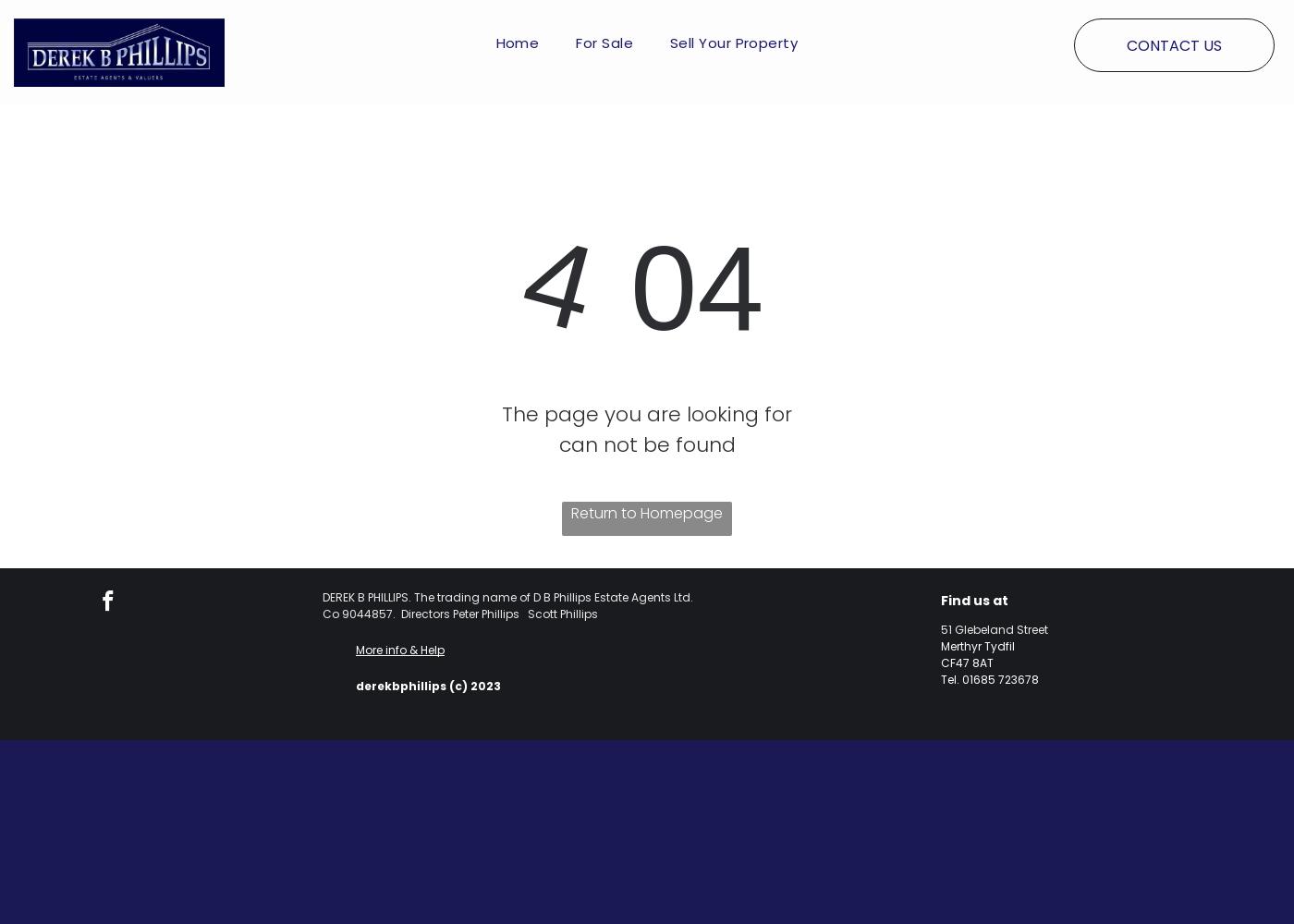 The image size is (1294, 924). What do you see at coordinates (939, 662) in the screenshot?
I see `'CF47 8AT'` at bounding box center [939, 662].